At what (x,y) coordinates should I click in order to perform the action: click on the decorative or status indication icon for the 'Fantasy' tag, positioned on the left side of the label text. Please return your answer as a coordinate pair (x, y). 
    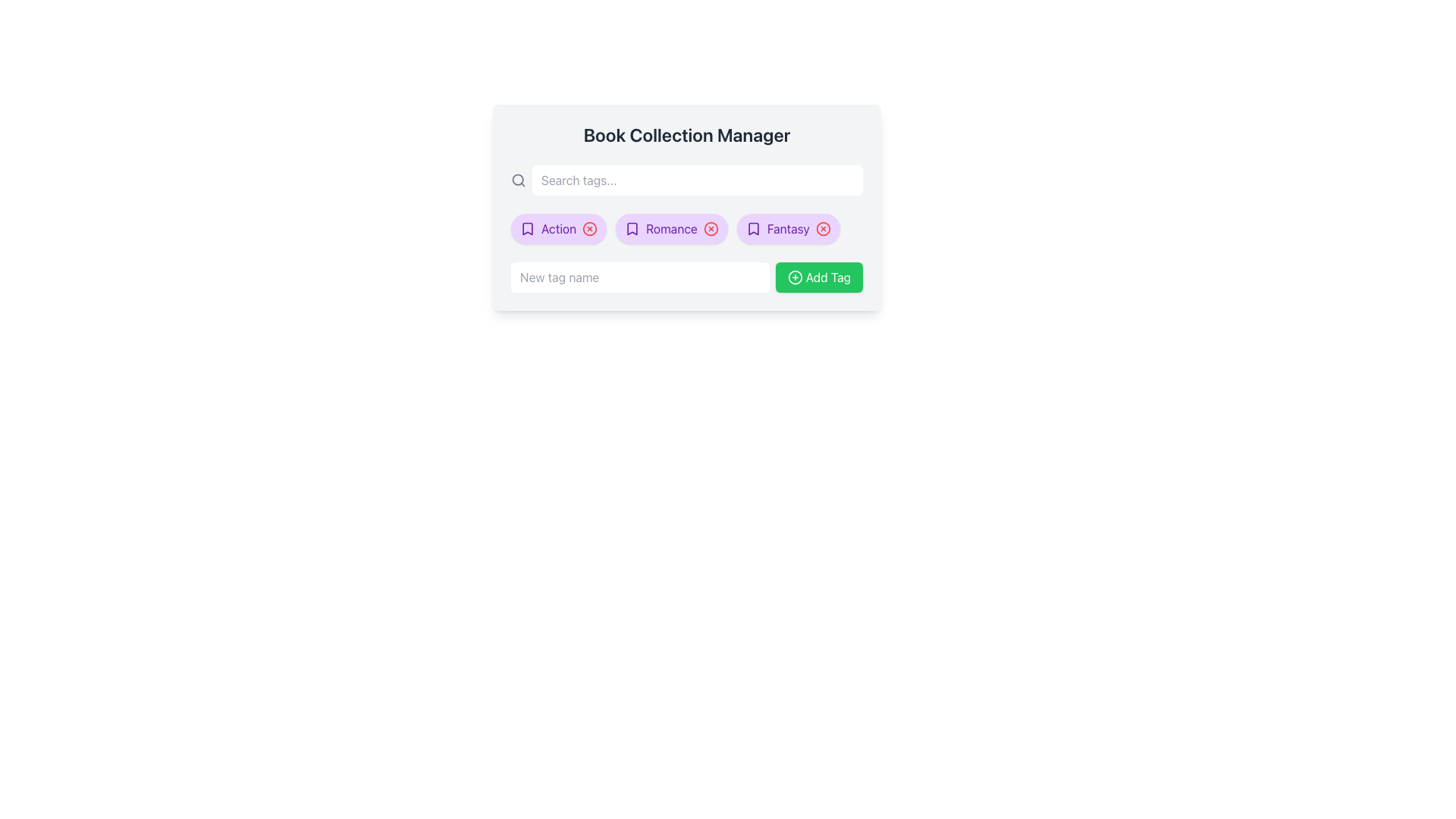
    Looking at the image, I should click on (753, 228).